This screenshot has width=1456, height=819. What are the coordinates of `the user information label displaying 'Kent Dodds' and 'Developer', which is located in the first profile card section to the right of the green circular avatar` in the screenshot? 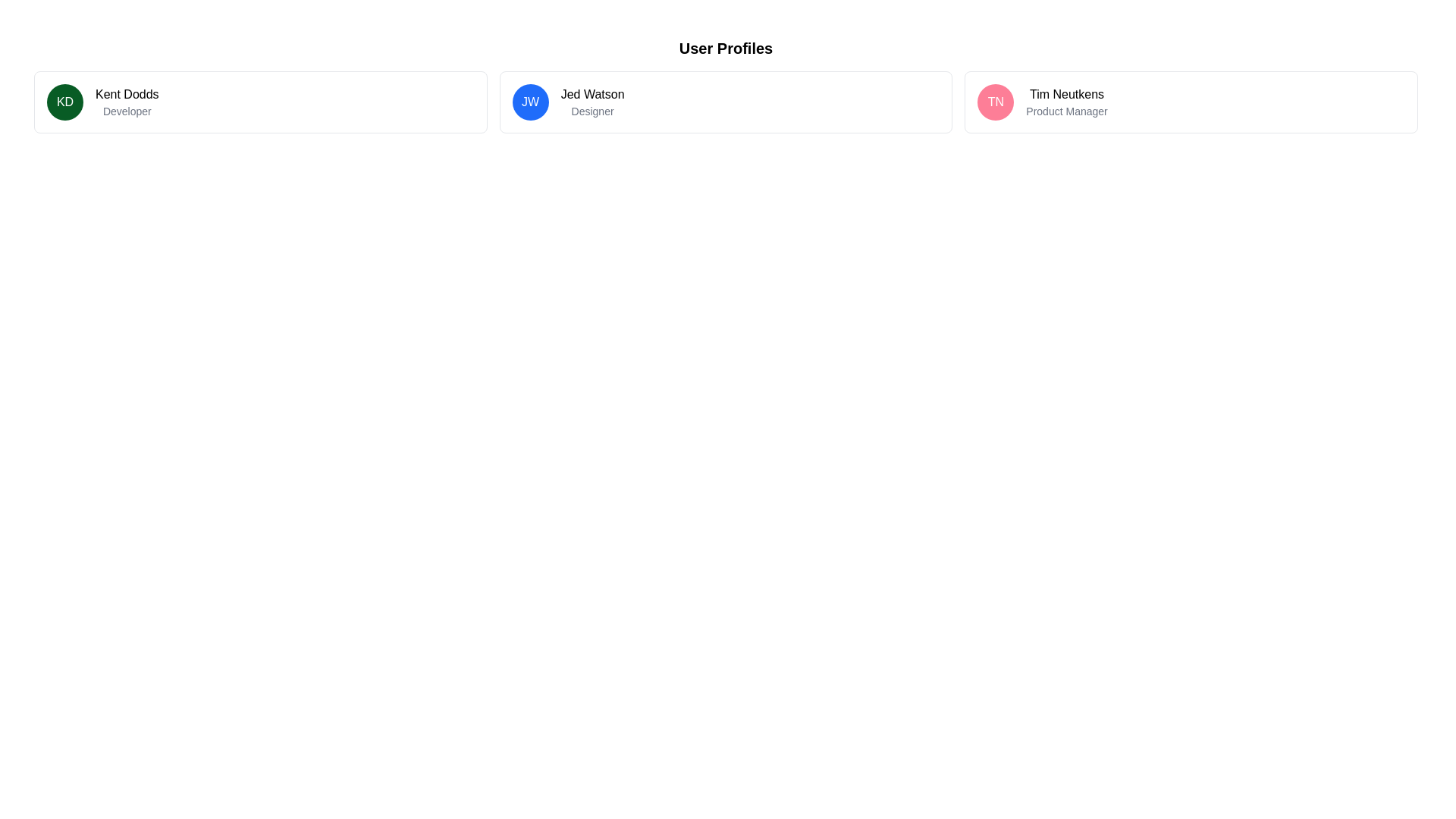 It's located at (127, 102).